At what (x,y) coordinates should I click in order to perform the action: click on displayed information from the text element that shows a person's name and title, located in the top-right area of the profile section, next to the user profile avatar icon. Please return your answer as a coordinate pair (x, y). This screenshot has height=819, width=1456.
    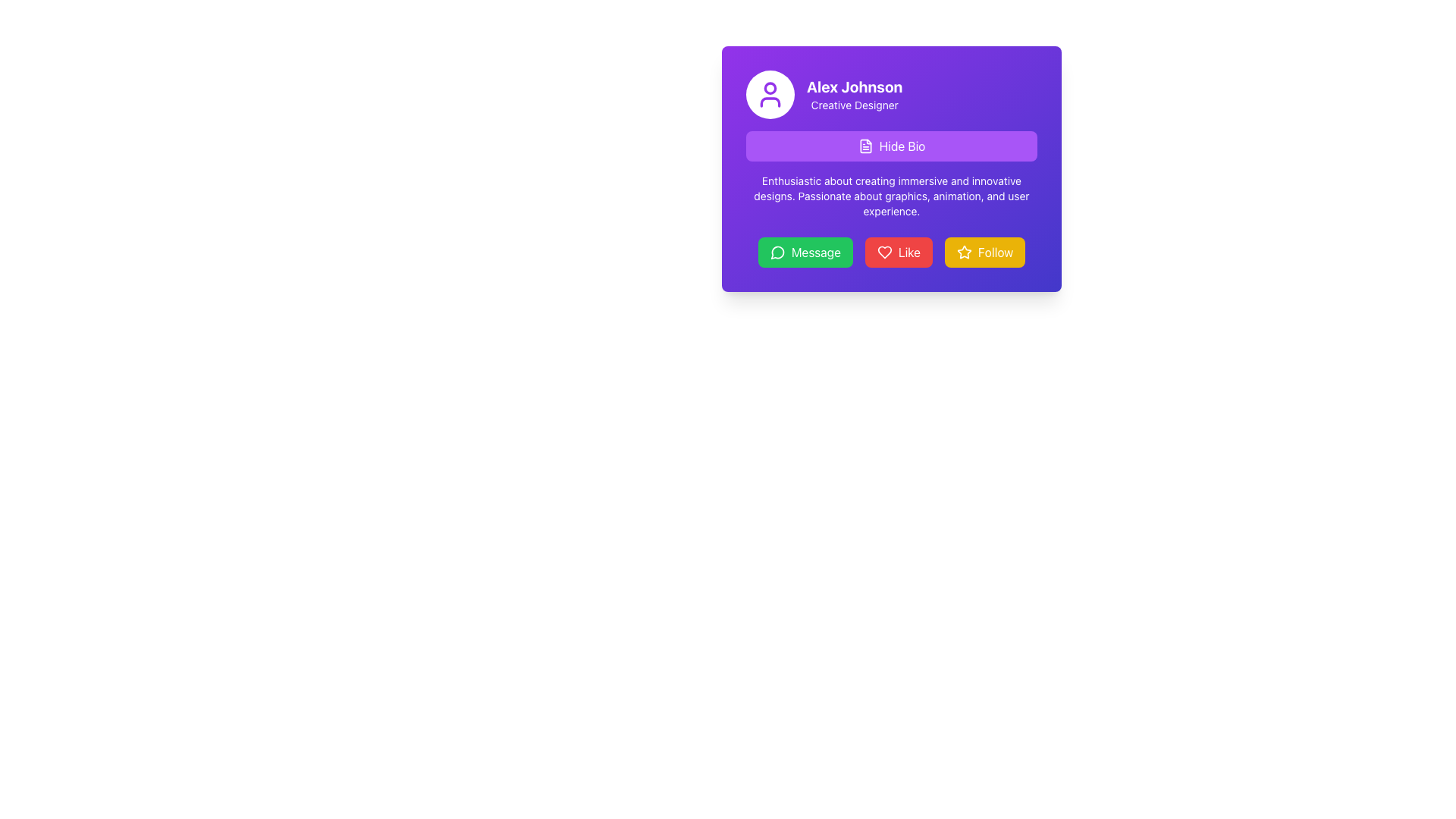
    Looking at the image, I should click on (855, 94).